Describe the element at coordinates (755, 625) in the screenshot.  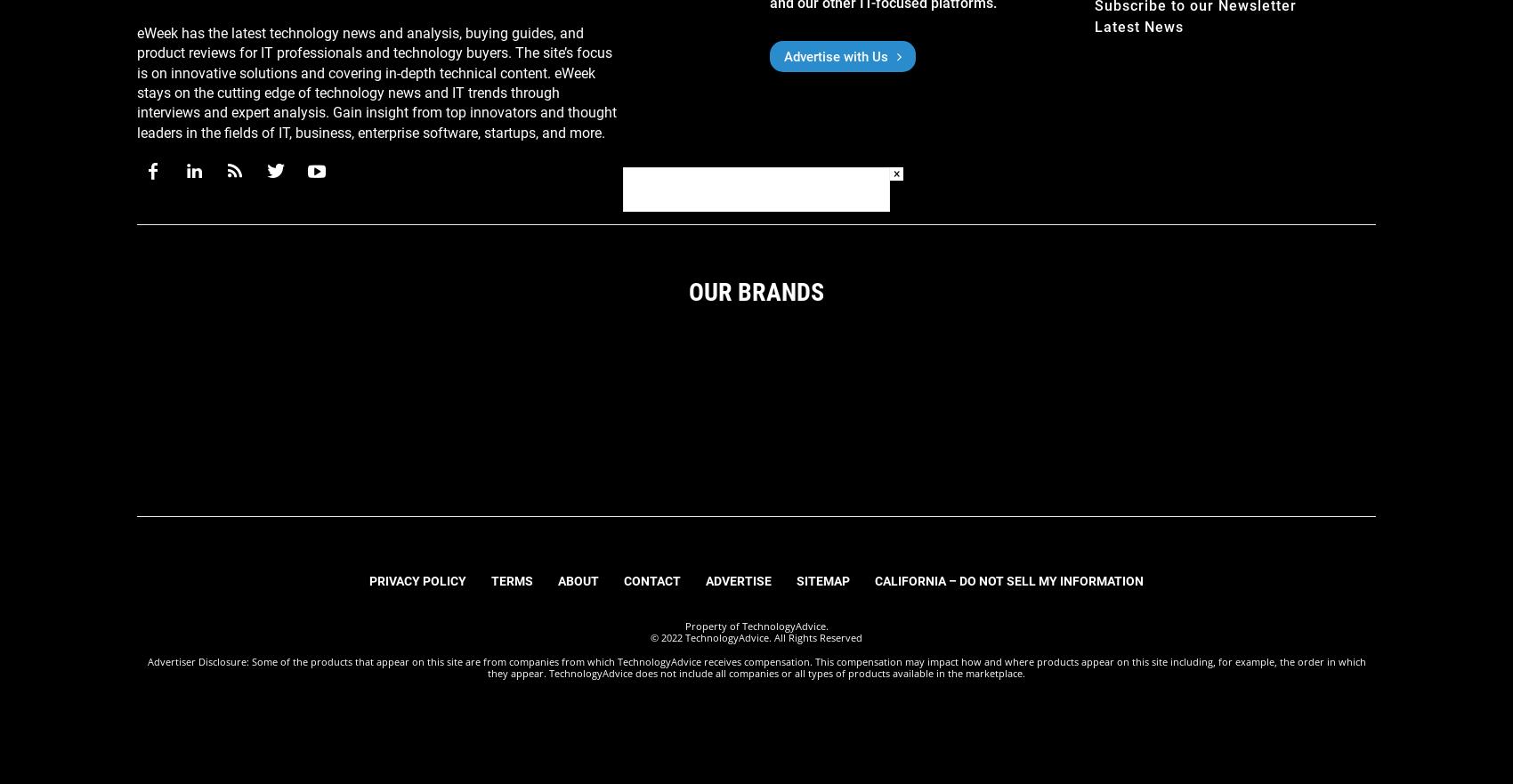
I see `'Property of TechnologyAdvice.'` at that location.